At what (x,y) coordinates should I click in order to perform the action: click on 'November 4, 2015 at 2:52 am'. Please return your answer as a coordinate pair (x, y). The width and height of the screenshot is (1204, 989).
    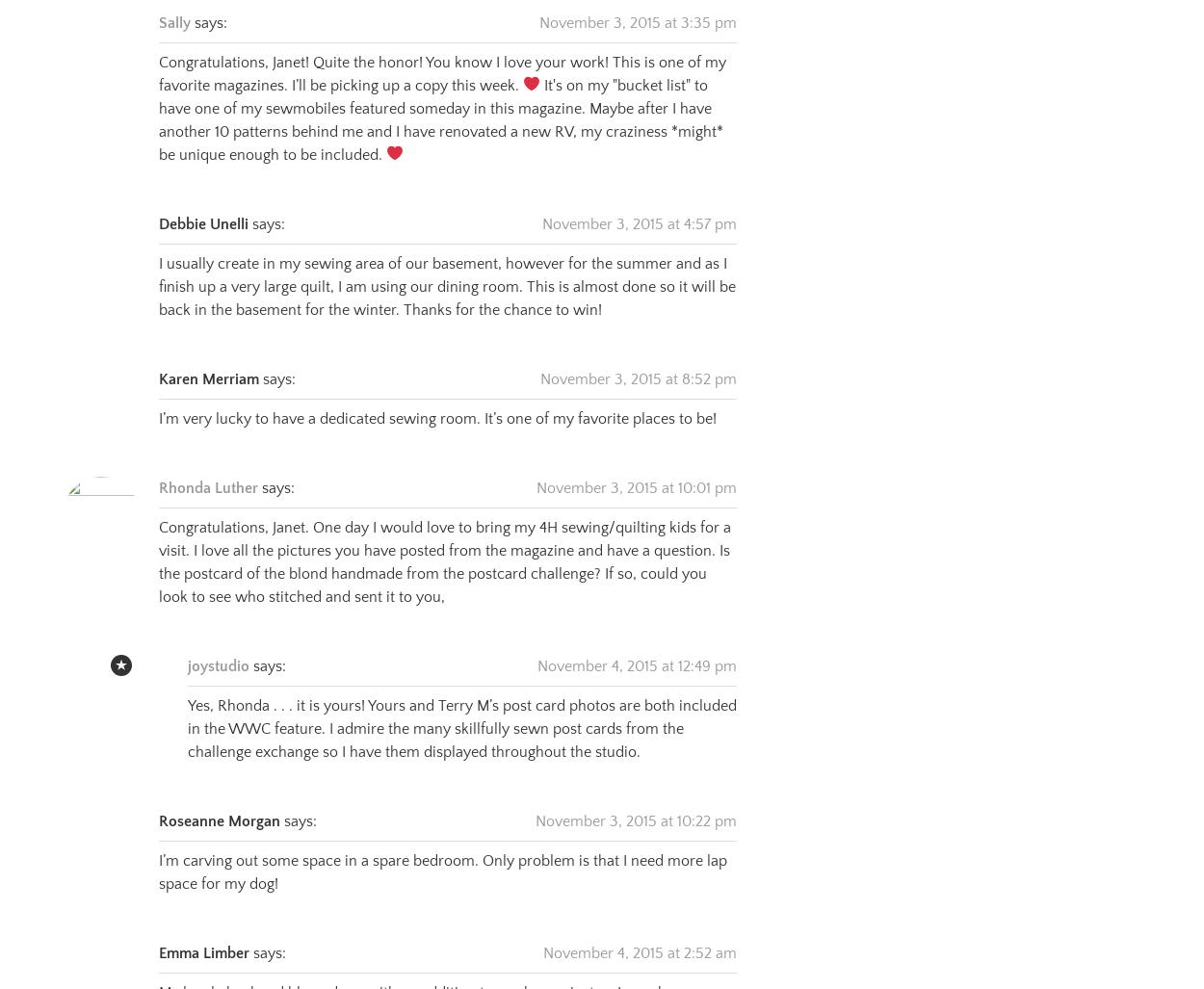
    Looking at the image, I should click on (542, 928).